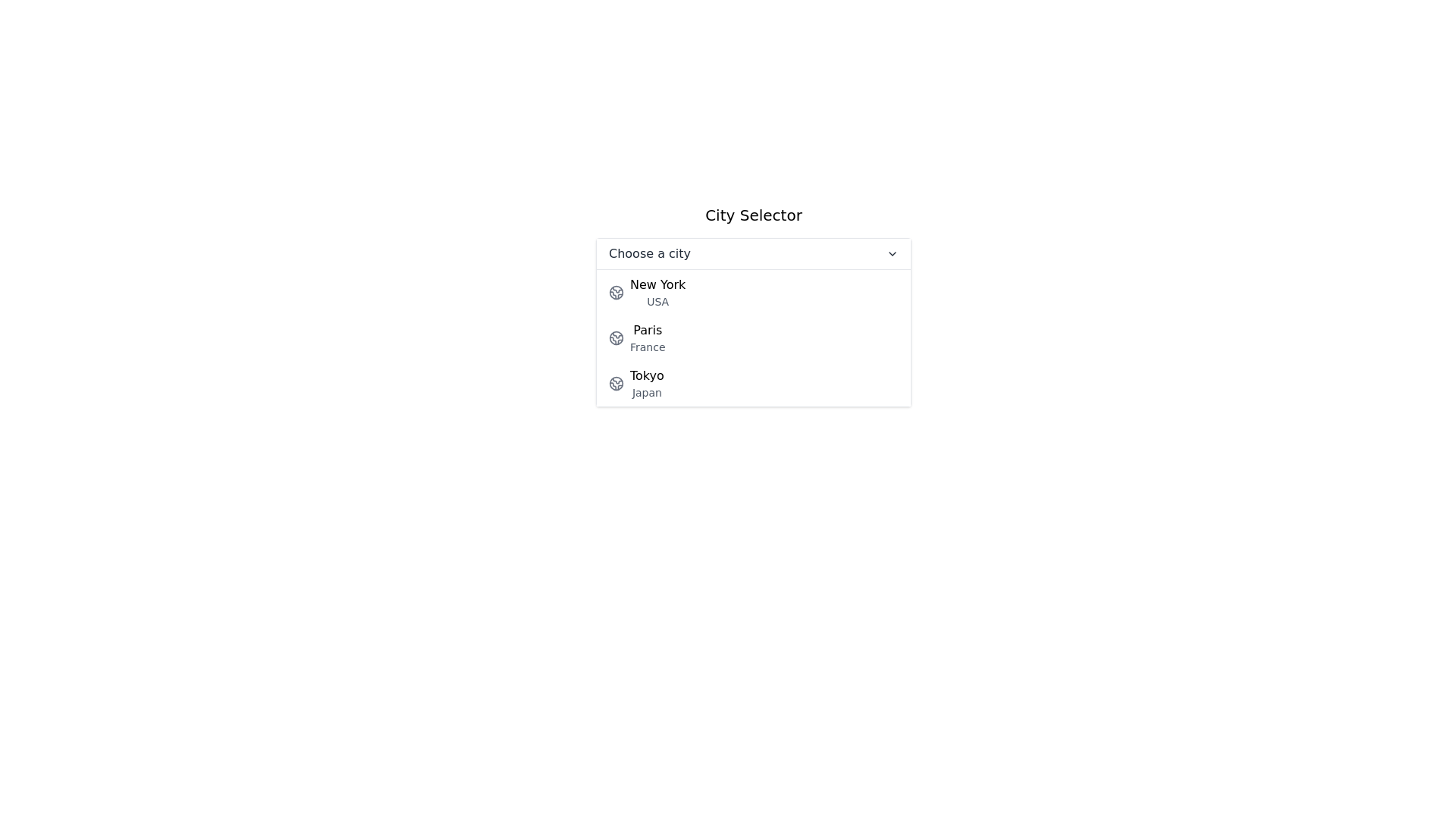  Describe the element at coordinates (616, 337) in the screenshot. I see `the SVG Circle decorative element next to the text 'Paris' in the dropdown list under 'Choose a city'` at that location.